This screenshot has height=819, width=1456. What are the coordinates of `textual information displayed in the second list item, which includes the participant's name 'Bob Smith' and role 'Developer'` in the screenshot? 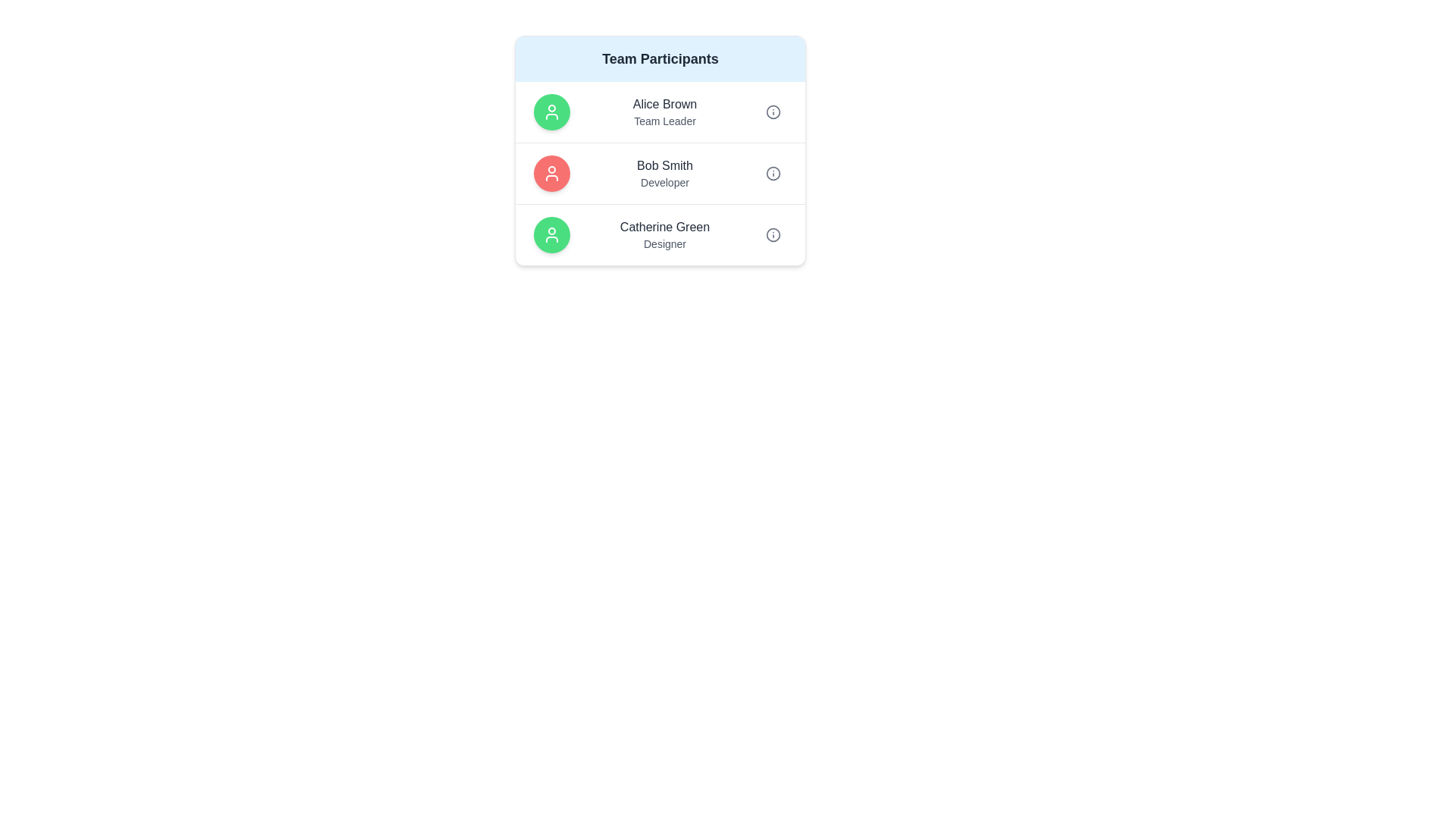 It's located at (660, 172).